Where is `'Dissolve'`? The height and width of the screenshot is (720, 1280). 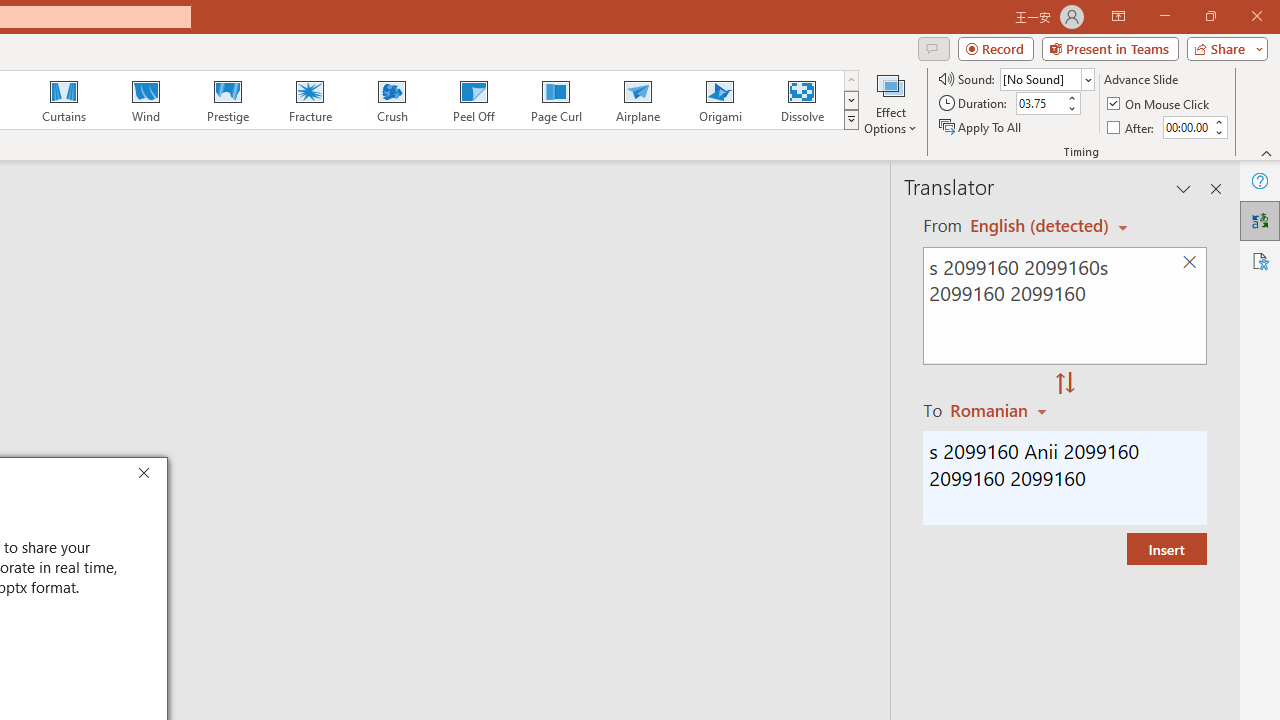 'Dissolve' is located at coordinates (802, 100).